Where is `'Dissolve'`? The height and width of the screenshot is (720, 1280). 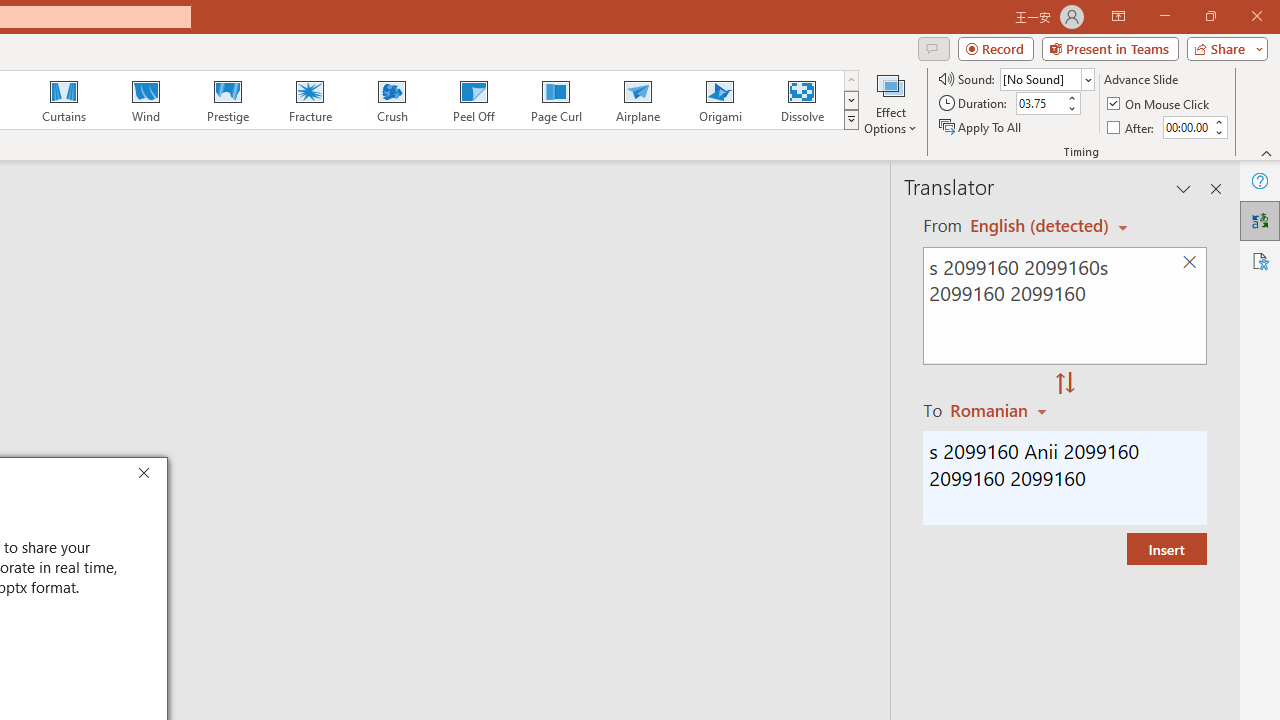 'Dissolve' is located at coordinates (802, 100).